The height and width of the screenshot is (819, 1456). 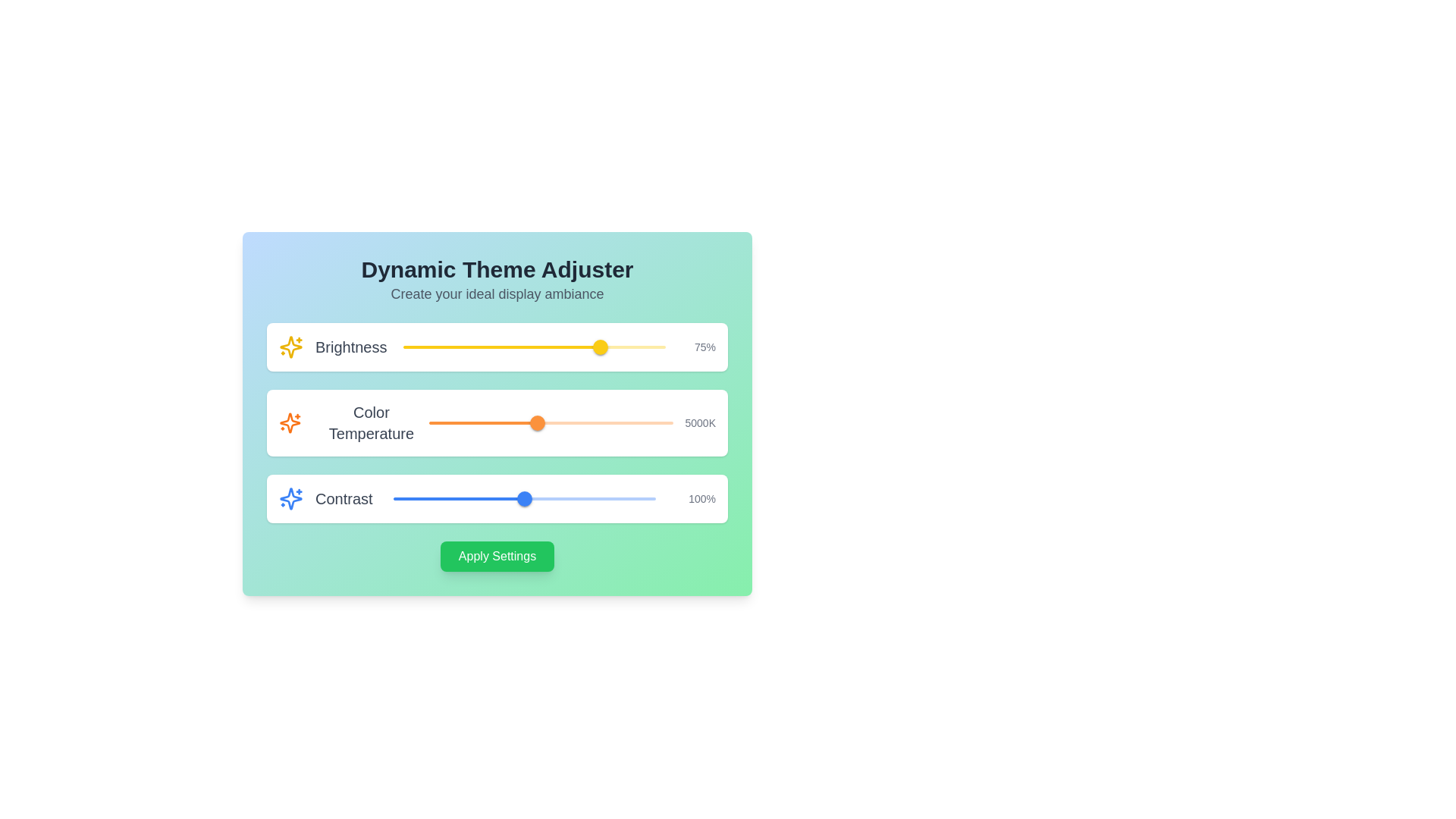 I want to click on the brightness icon located near the top left of the user interface, adjacent to the 'Brightness' label, so click(x=291, y=347).